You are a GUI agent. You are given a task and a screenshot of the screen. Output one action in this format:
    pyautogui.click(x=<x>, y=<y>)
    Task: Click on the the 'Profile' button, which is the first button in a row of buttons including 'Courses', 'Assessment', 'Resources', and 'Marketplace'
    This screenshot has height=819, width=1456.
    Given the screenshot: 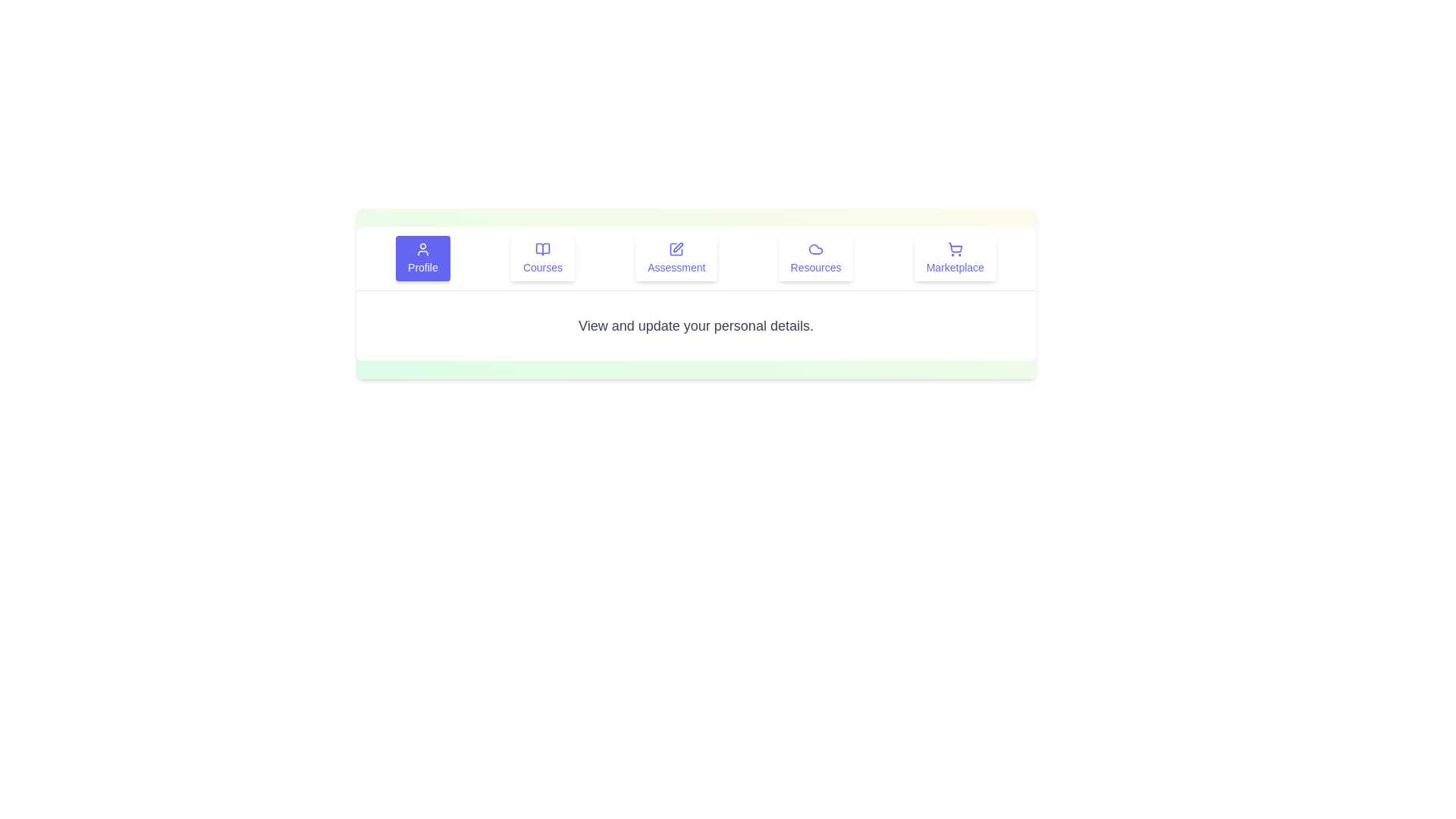 What is the action you would take?
    pyautogui.click(x=422, y=257)
    